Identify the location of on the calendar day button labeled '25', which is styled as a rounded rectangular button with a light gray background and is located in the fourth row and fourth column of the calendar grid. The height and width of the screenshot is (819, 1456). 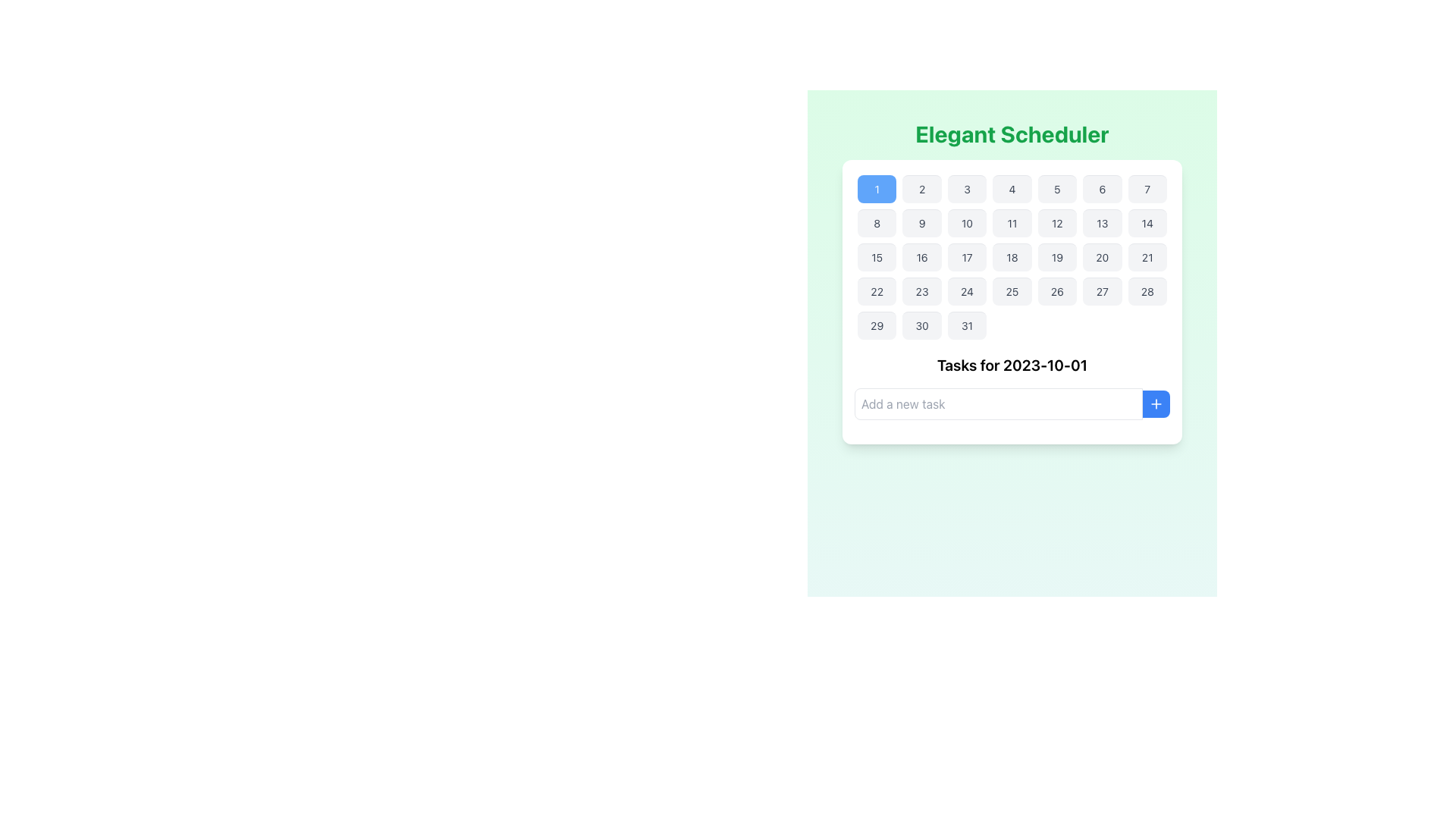
(1012, 291).